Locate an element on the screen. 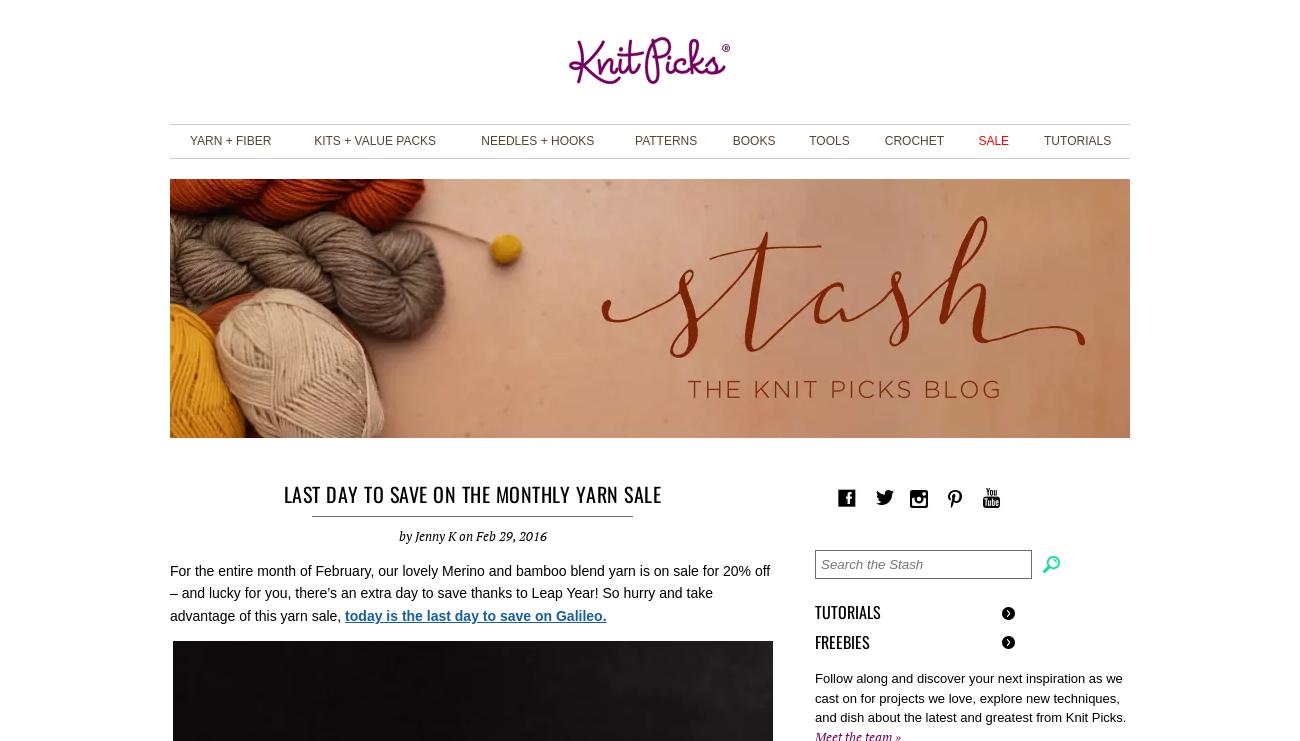 This screenshot has height=741, width=1300. 'Bulky' is located at coordinates (190, 333).